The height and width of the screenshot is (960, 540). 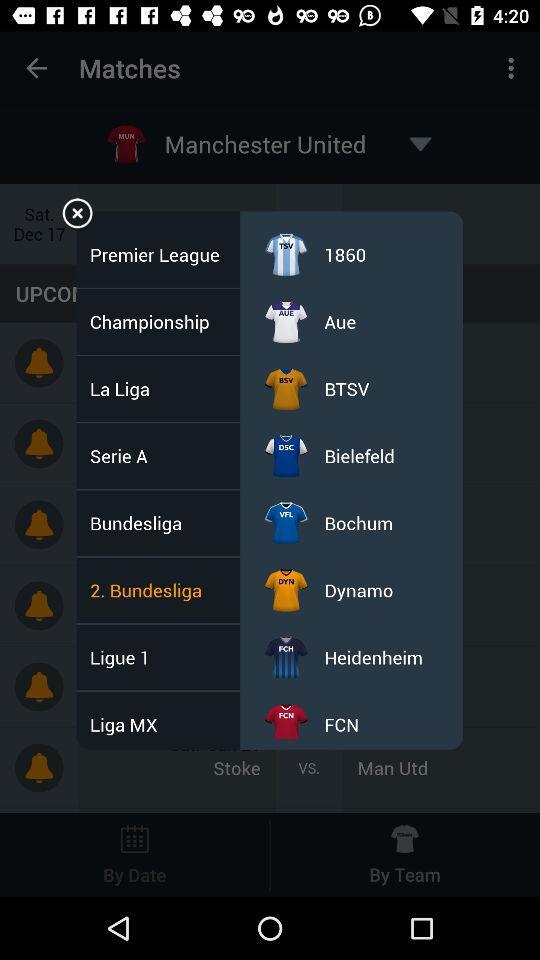 What do you see at coordinates (151, 590) in the screenshot?
I see `the icon above ligue 1` at bounding box center [151, 590].